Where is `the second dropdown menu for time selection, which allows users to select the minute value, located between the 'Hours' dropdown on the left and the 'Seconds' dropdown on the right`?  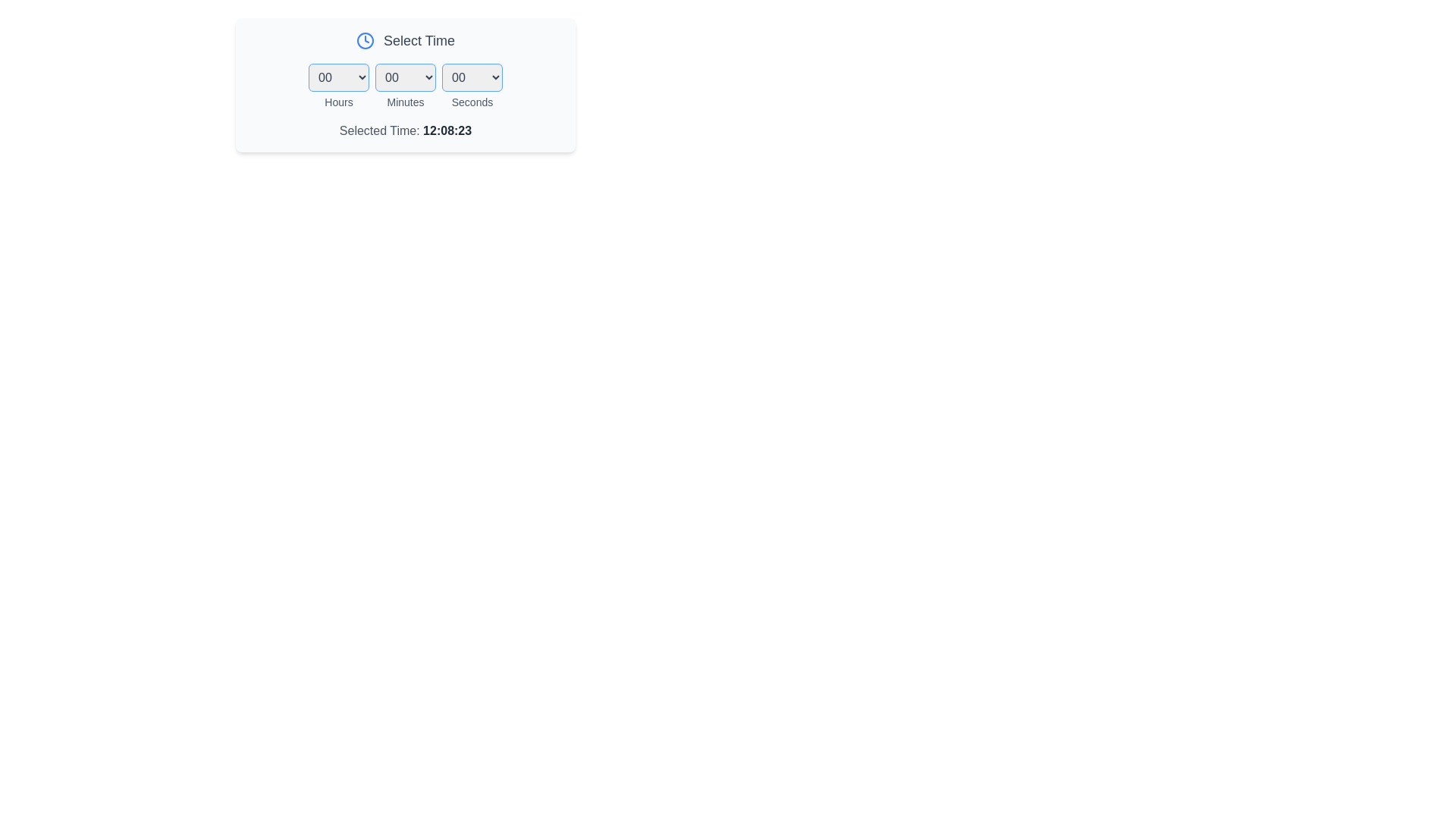
the second dropdown menu for time selection, which allows users to select the minute value, located between the 'Hours' dropdown on the left and the 'Seconds' dropdown on the right is located at coordinates (405, 85).